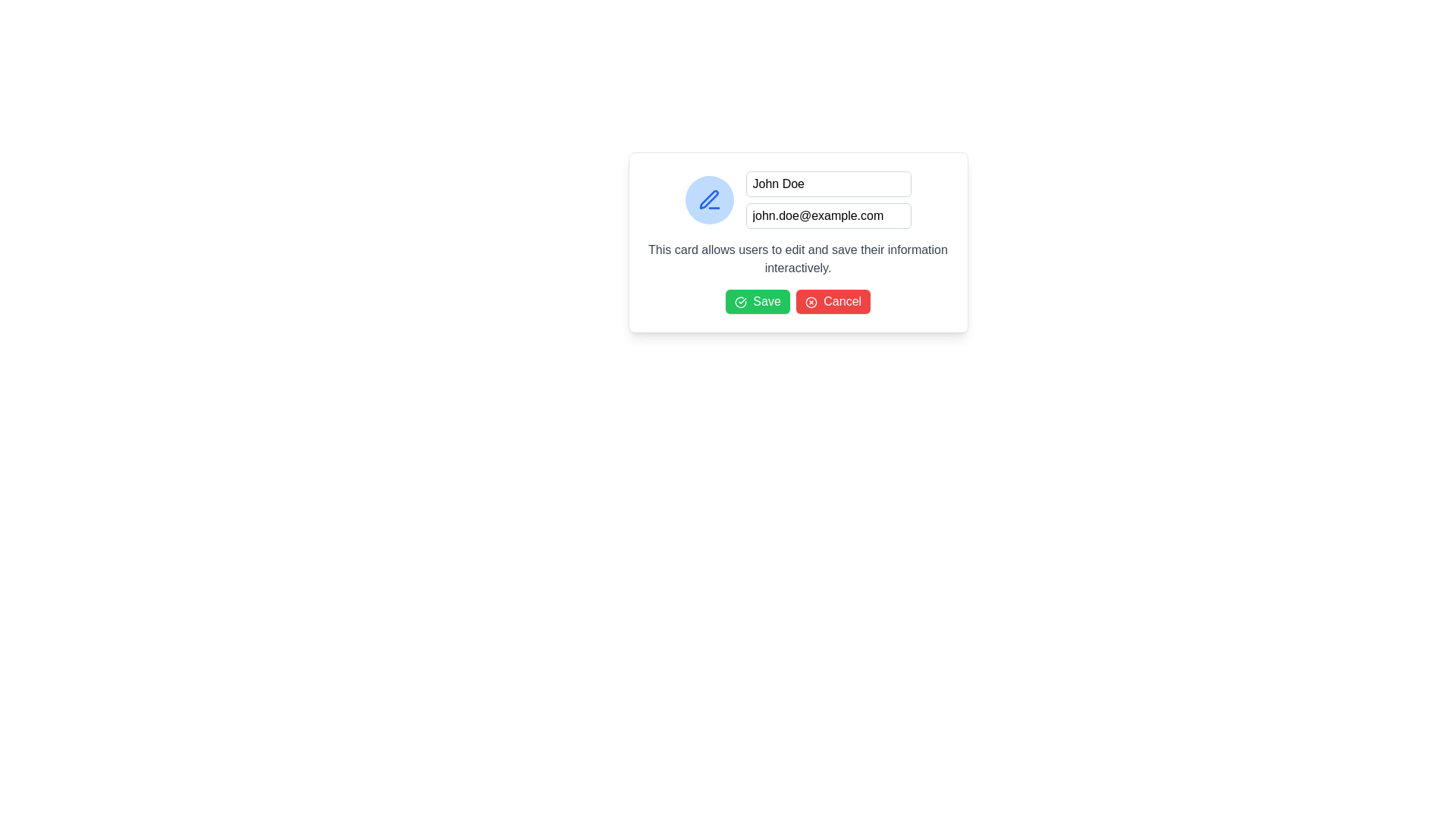 Image resolution: width=1456 pixels, height=819 pixels. What do you see at coordinates (810, 302) in the screenshot?
I see `the circular icon with an 'X' mark, which is positioned to the left of the 'Cancel' button in the bottom-right corner of the popup form dialog, to associate it with the cancel operation` at bounding box center [810, 302].